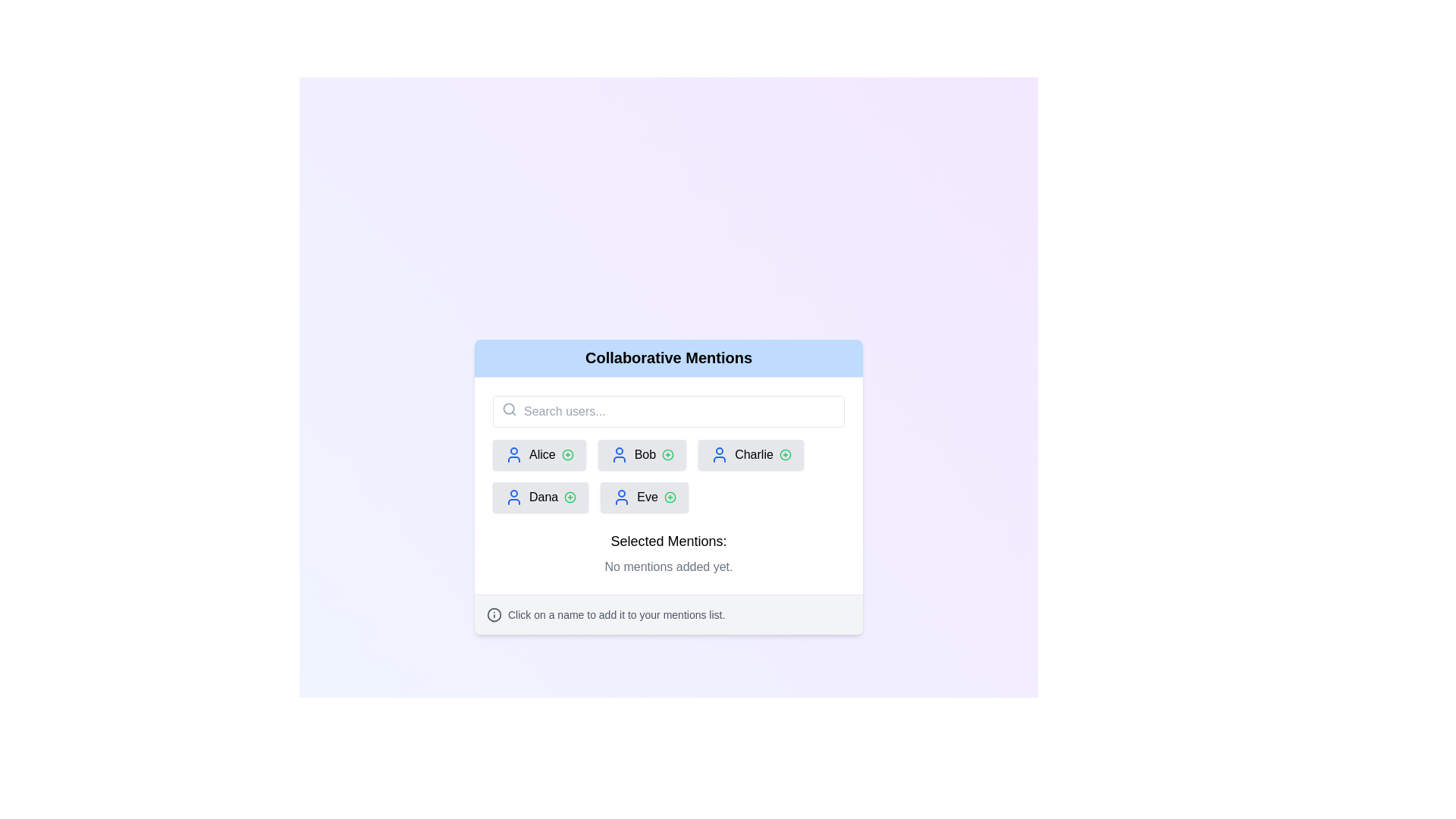 This screenshot has height=819, width=1456. Describe the element at coordinates (667, 453) in the screenshot. I see `the circular icon button with a green border and a plus symbol, located to the right of the text label 'Bob'` at that location.